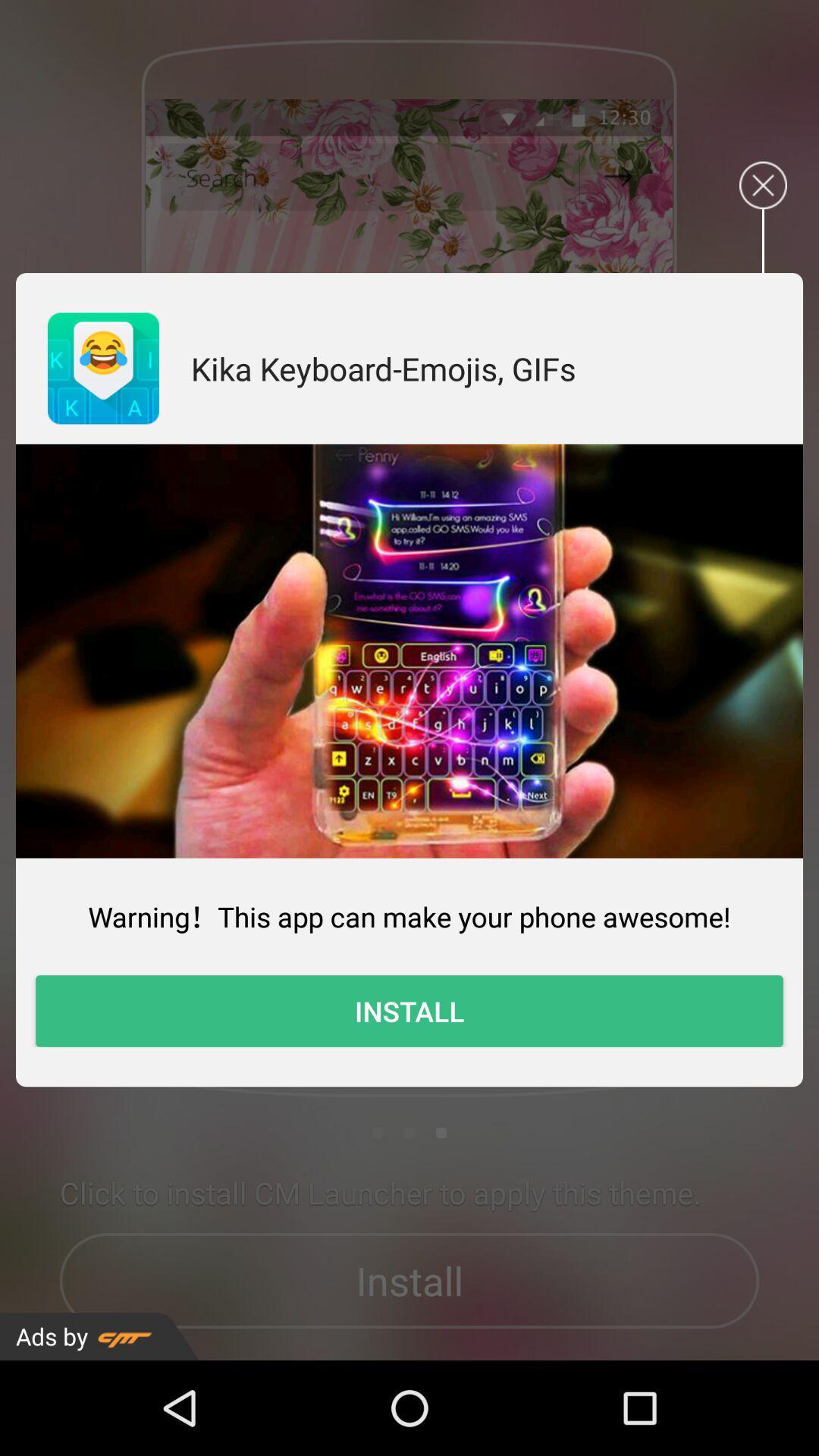 The width and height of the screenshot is (819, 1456). I want to click on the app next to kika keyboard emojis app, so click(102, 368).